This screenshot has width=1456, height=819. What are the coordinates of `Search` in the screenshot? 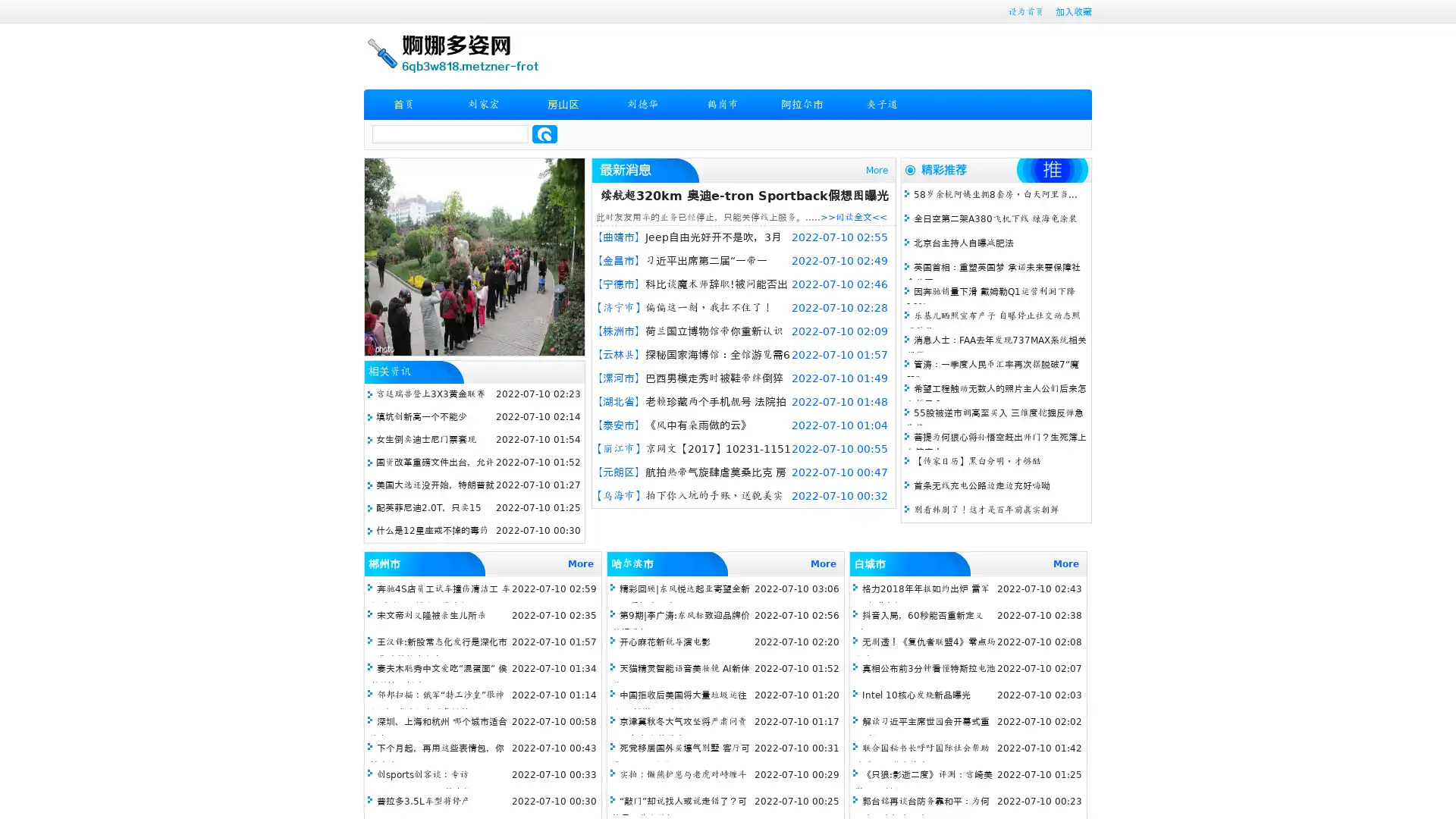 It's located at (544, 133).